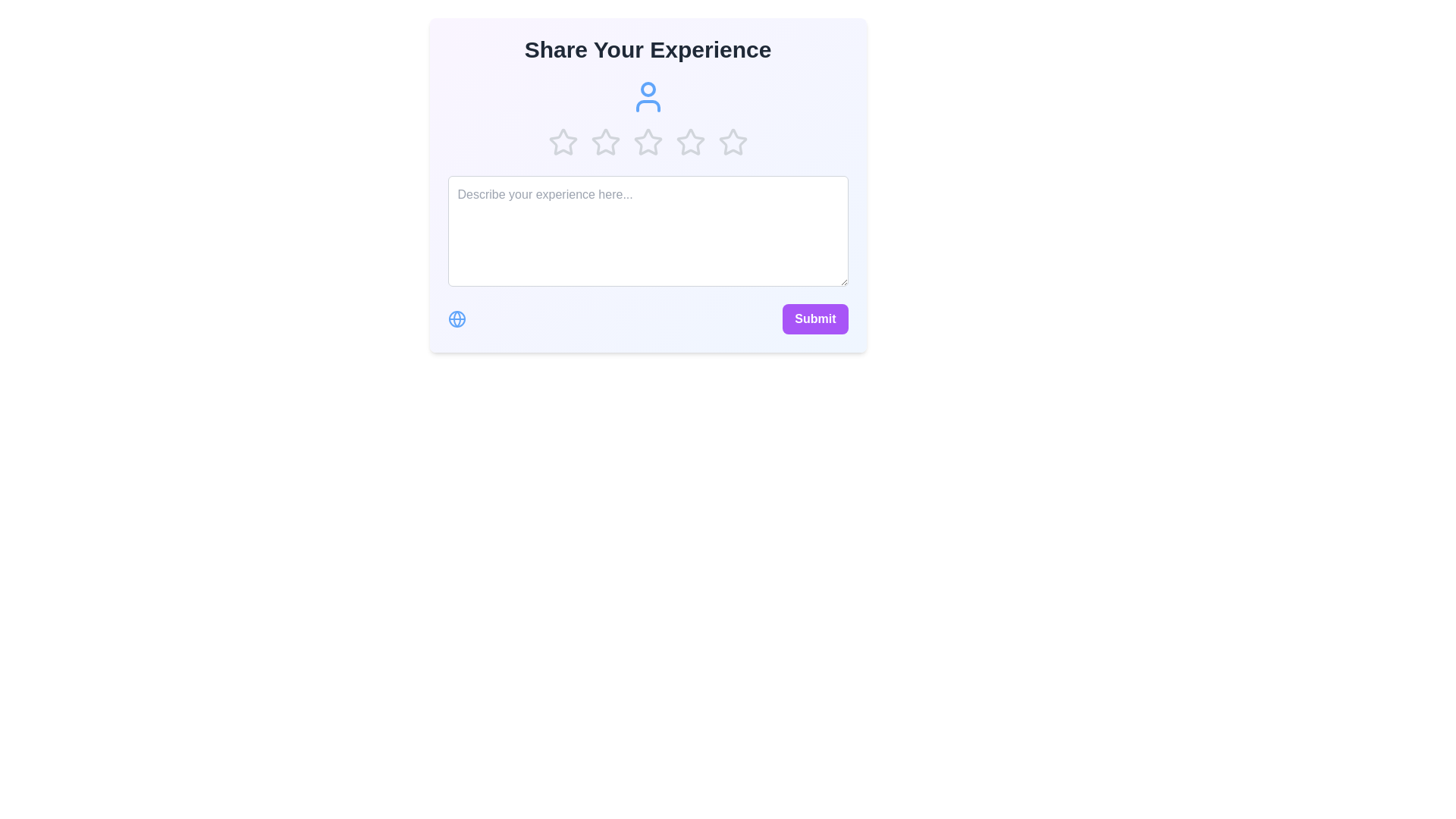  Describe the element at coordinates (648, 89) in the screenshot. I see `the upper circular part of the user icon, which is a blue circular outline within the SVG design, located above the star rating feature and near the title 'Share Your Experience'` at that location.